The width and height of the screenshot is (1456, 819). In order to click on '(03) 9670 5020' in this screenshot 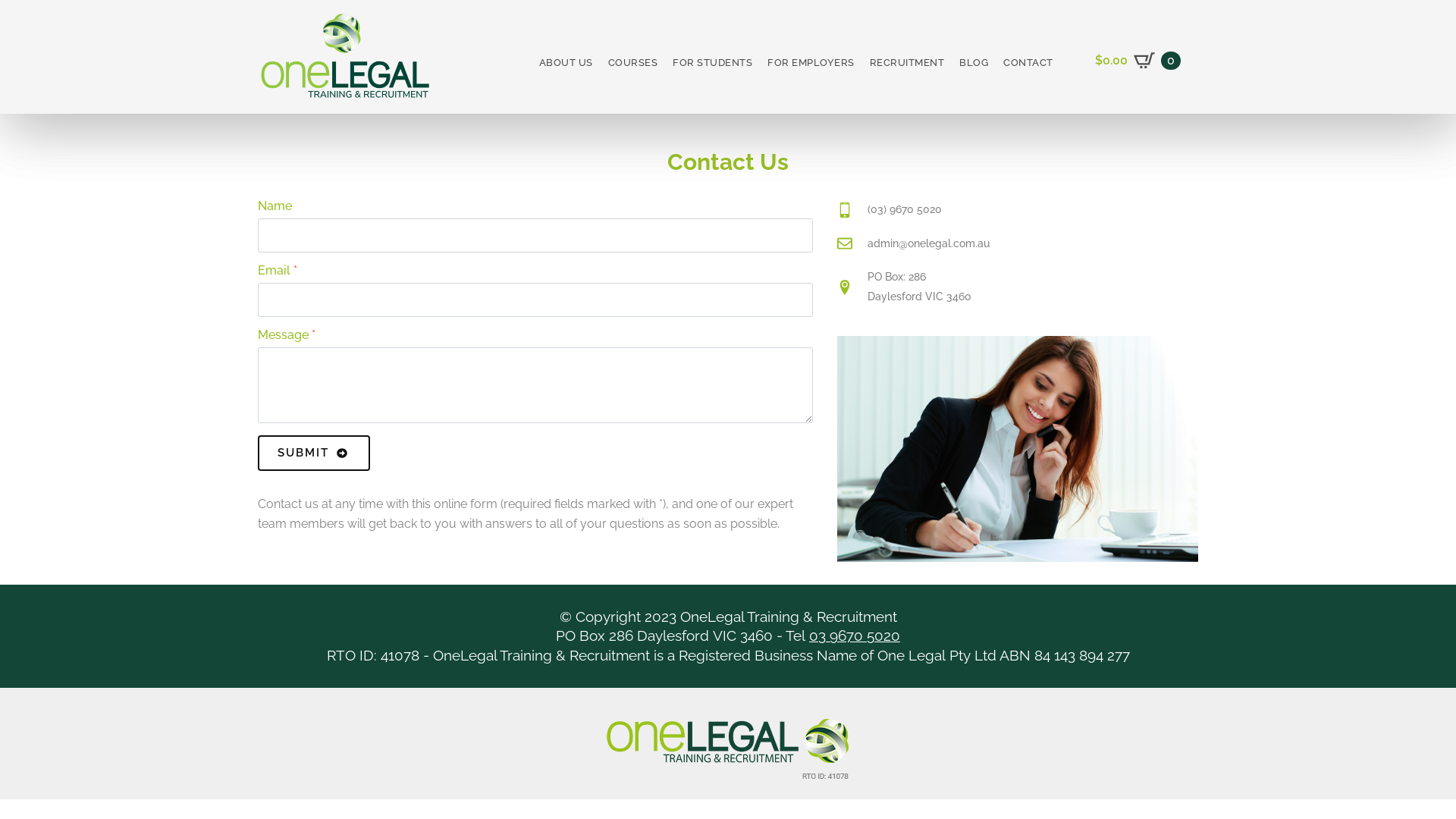, I will do `click(836, 210)`.